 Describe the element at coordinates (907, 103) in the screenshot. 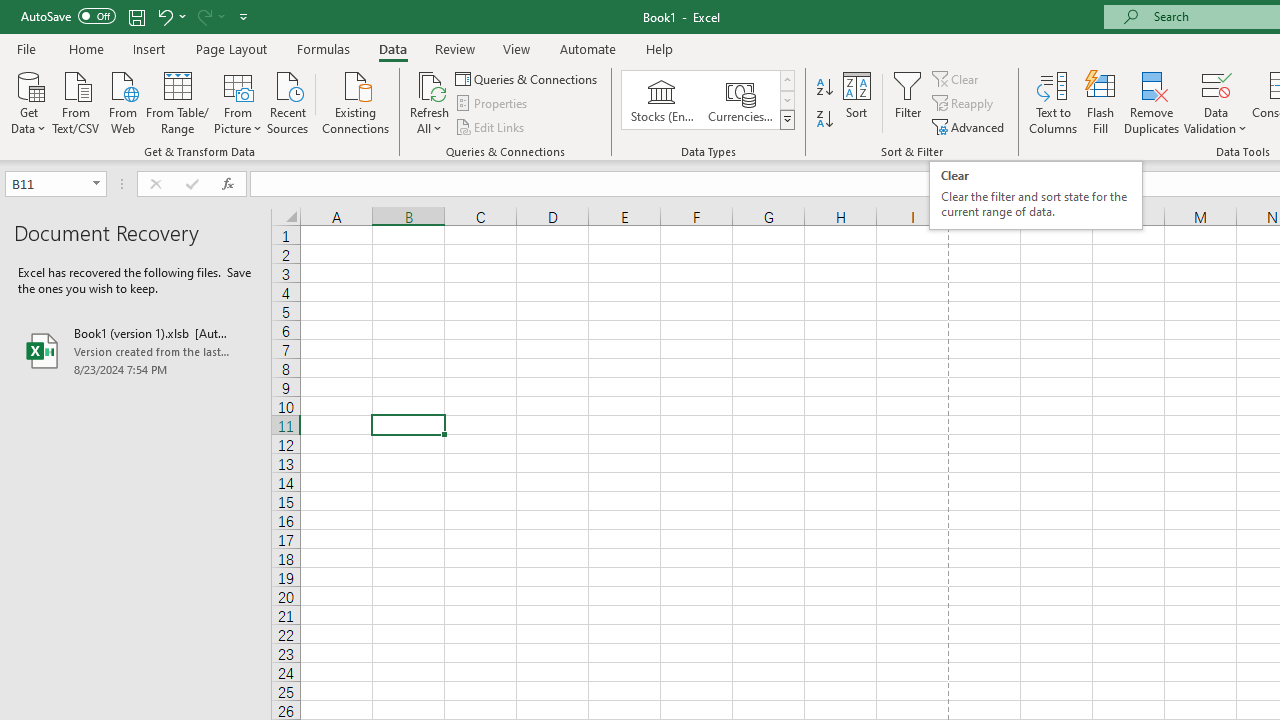

I see `'Filter'` at that location.